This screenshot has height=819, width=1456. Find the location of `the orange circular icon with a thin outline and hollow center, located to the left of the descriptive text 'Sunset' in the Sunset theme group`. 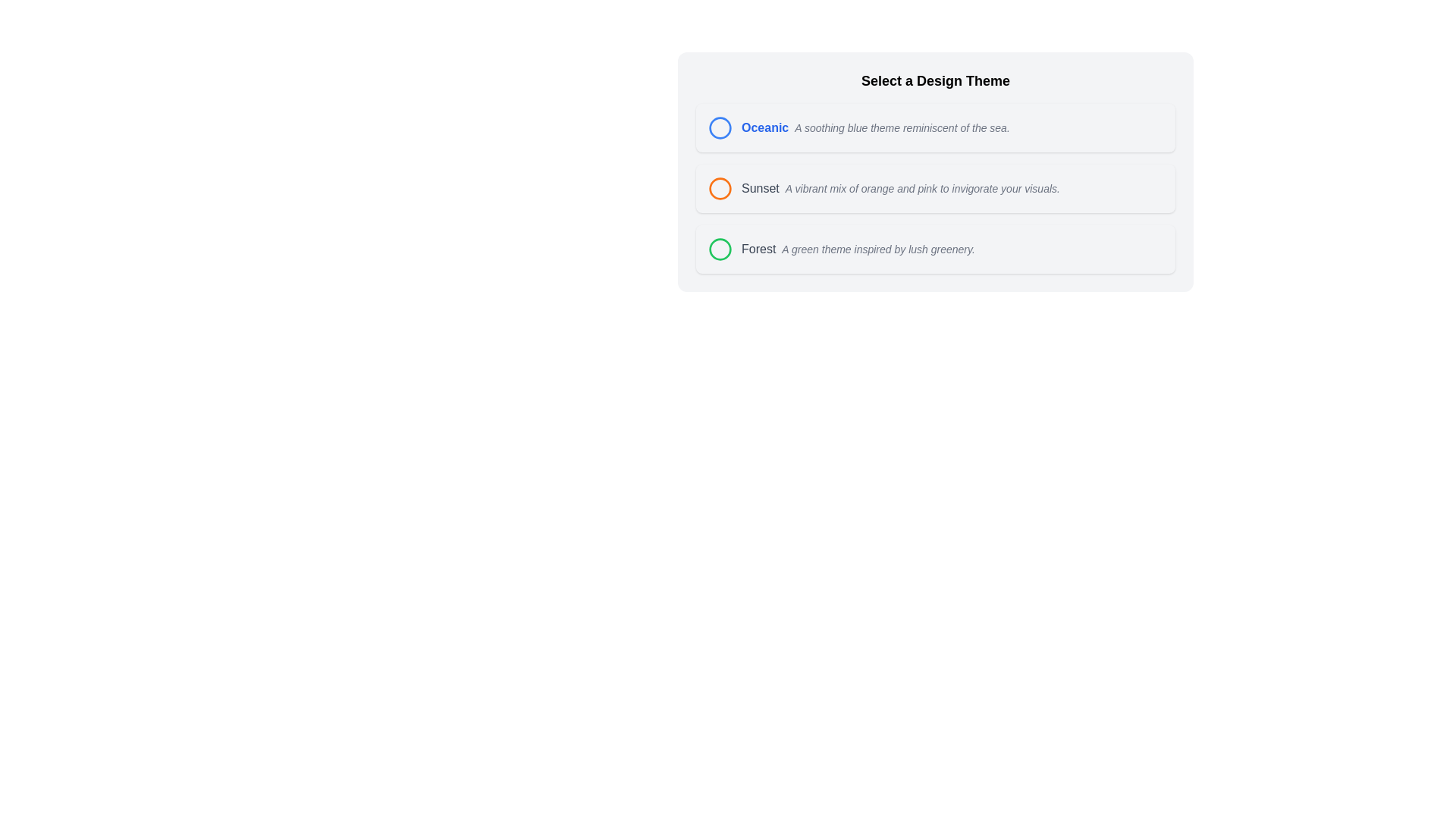

the orange circular icon with a thin outline and hollow center, located to the left of the descriptive text 'Sunset' in the Sunset theme group is located at coordinates (720, 188).